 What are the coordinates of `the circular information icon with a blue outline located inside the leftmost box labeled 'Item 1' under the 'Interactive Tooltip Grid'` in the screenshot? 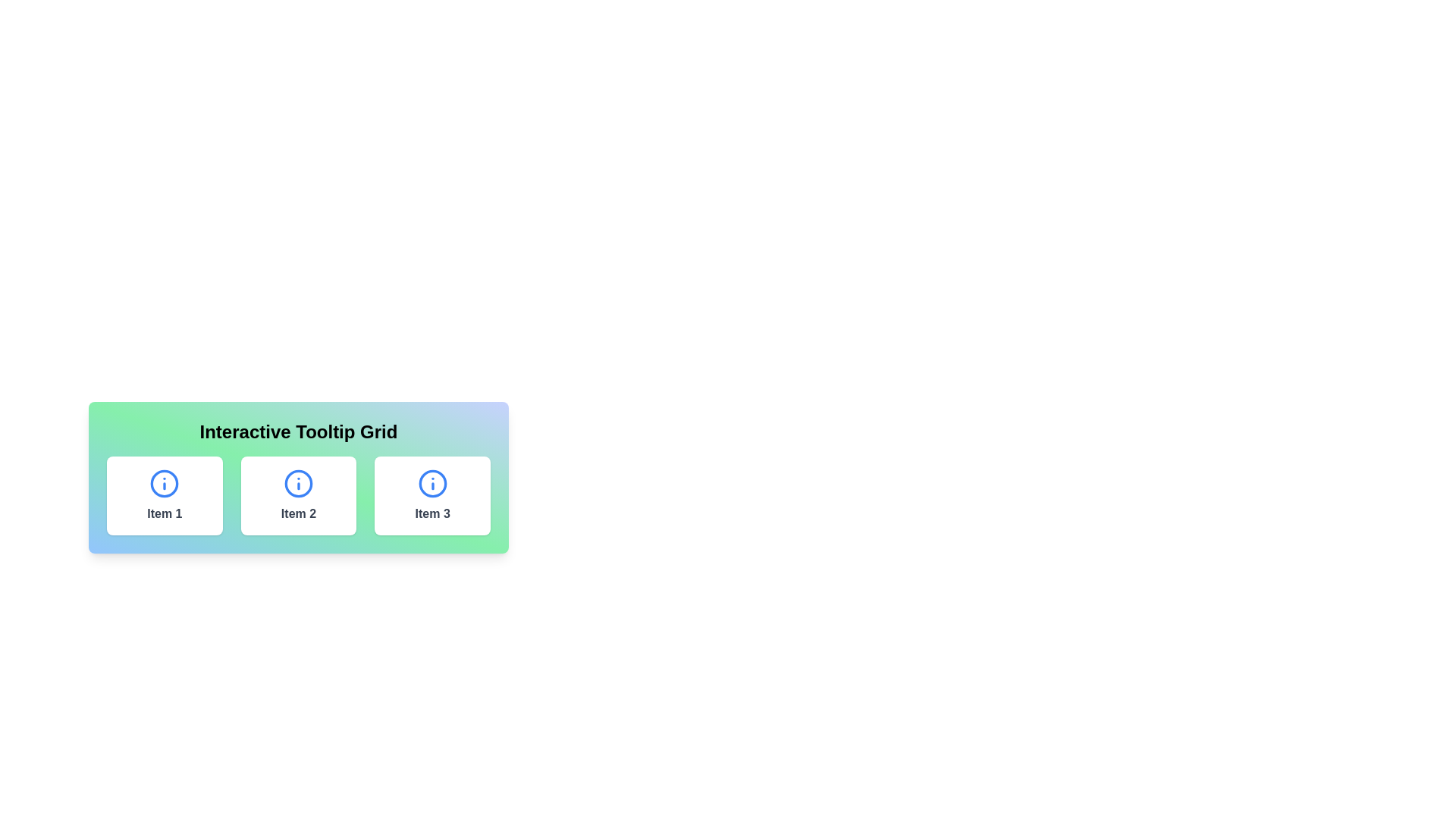 It's located at (165, 483).